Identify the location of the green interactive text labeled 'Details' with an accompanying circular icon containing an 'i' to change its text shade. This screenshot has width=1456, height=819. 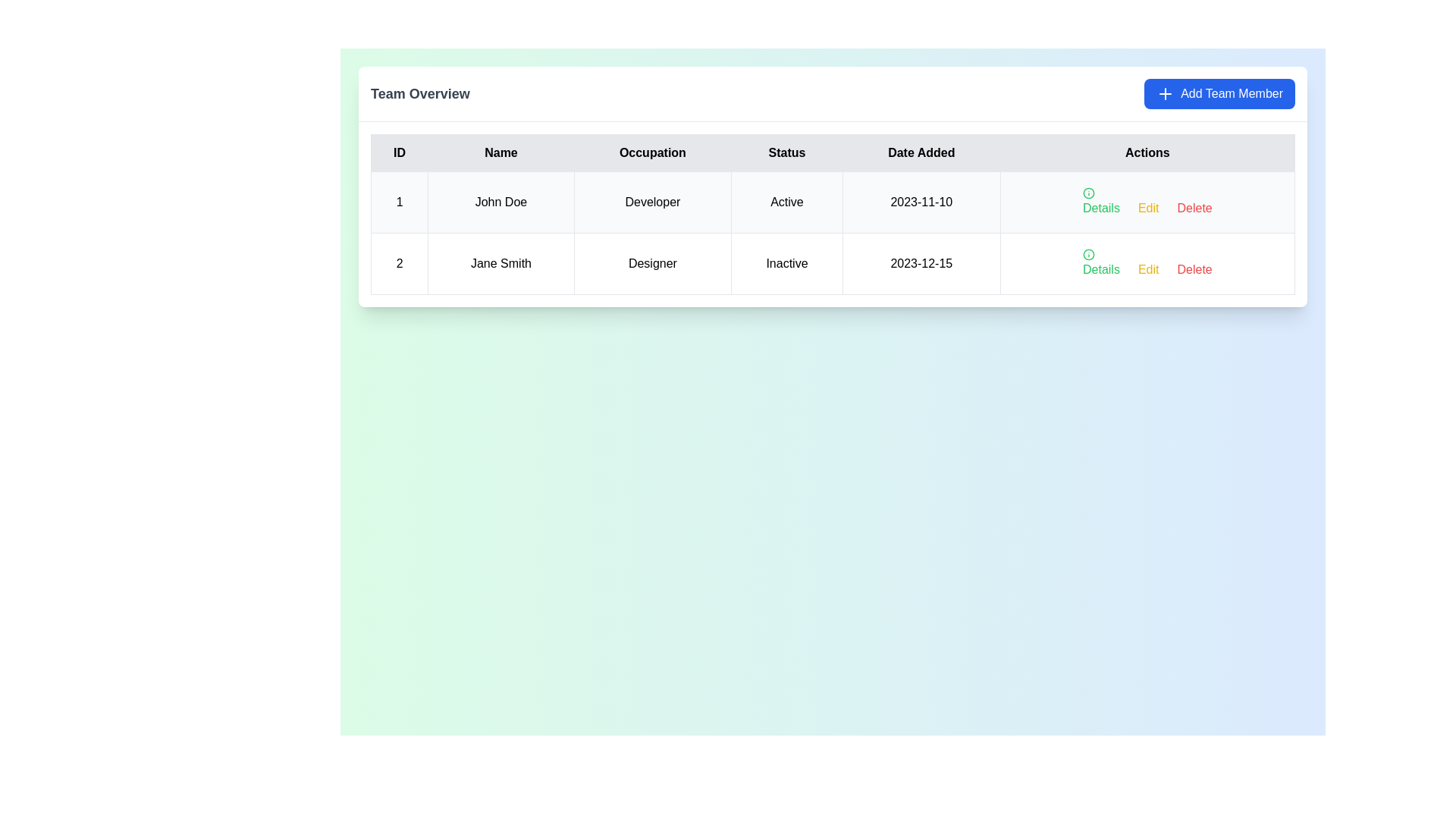
(1101, 262).